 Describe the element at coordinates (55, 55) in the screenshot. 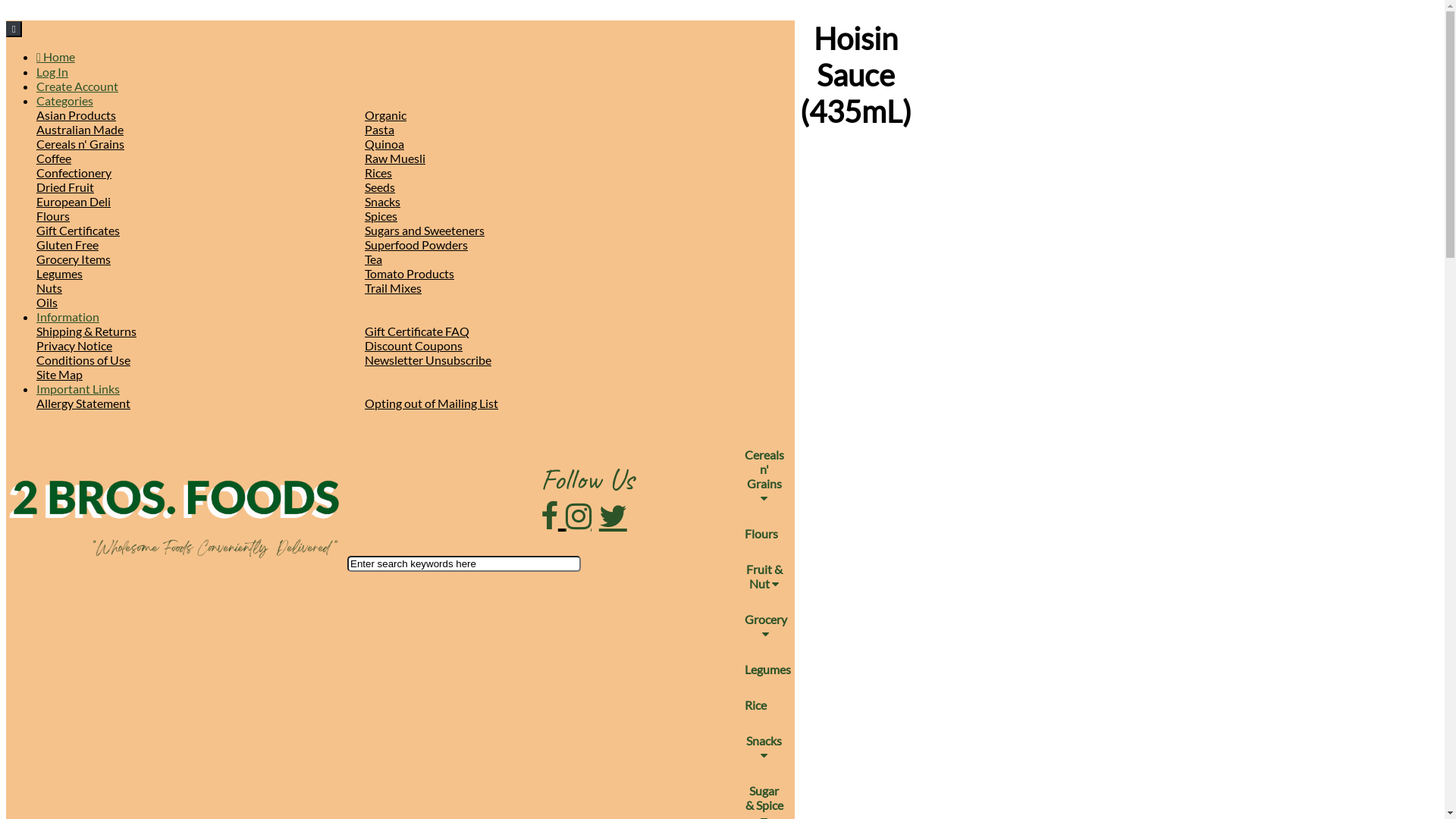

I see `'Home'` at that location.